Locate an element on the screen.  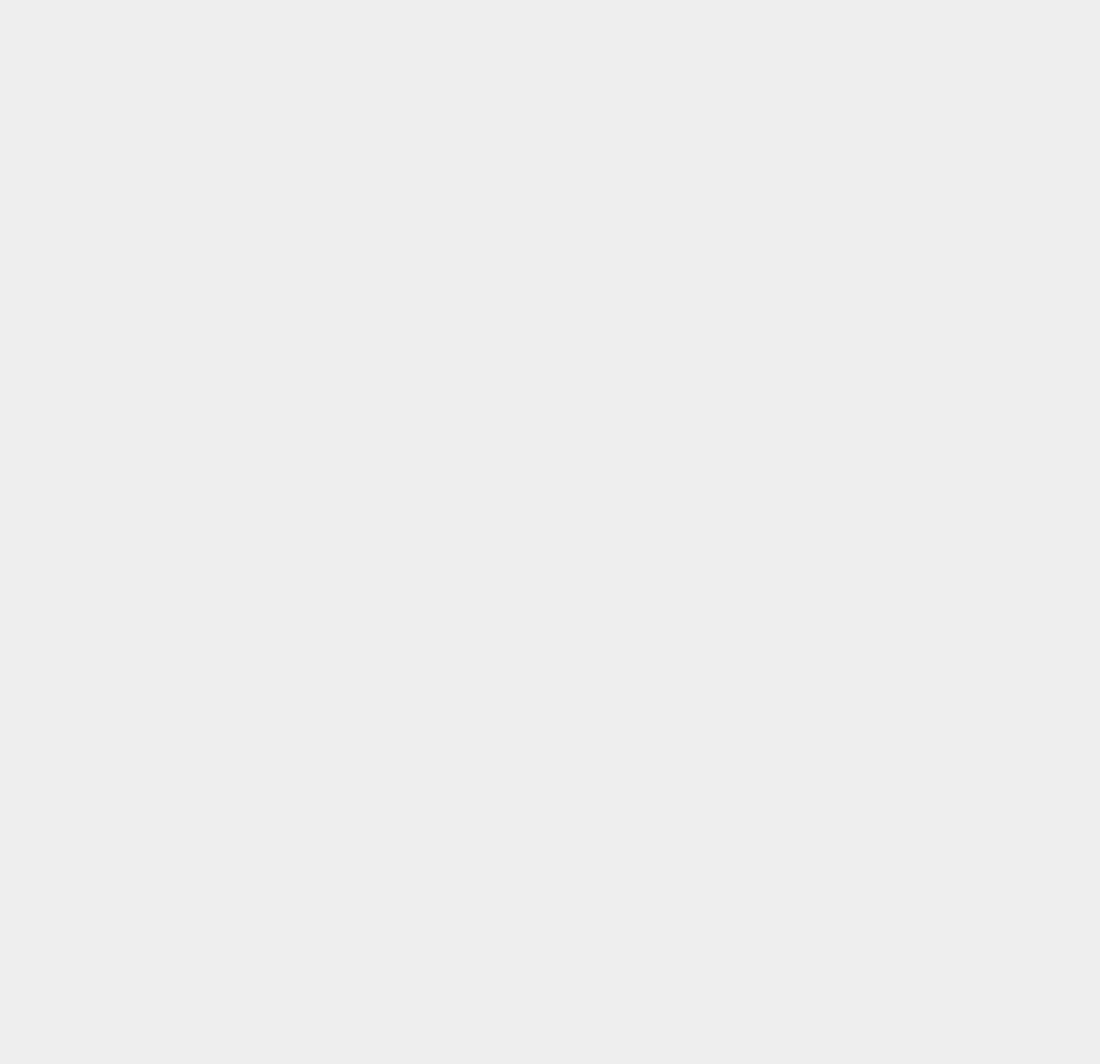
'Verizon' is located at coordinates (801, 299).